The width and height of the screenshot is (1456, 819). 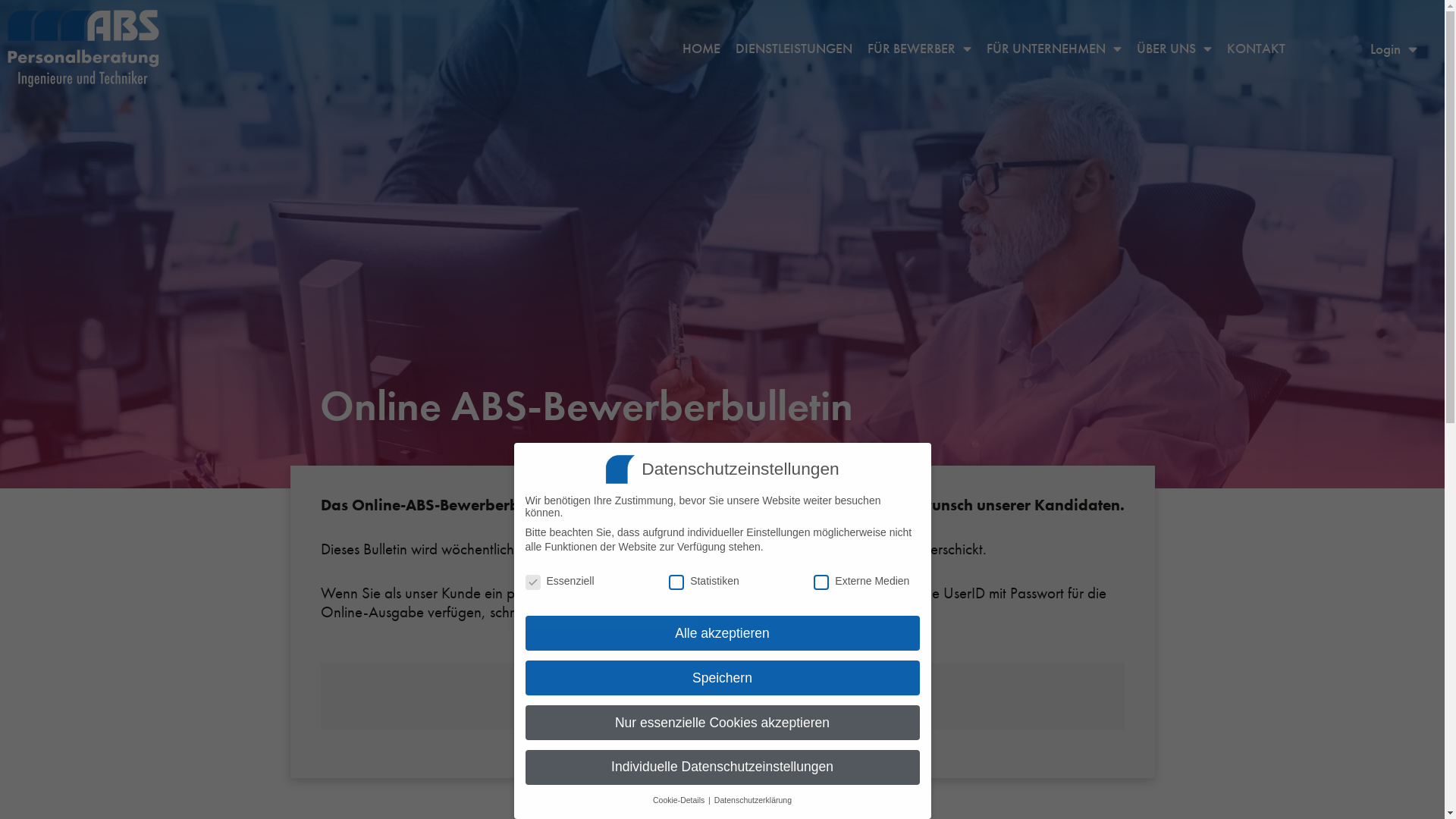 I want to click on 'Login', so click(x=1394, y=48).